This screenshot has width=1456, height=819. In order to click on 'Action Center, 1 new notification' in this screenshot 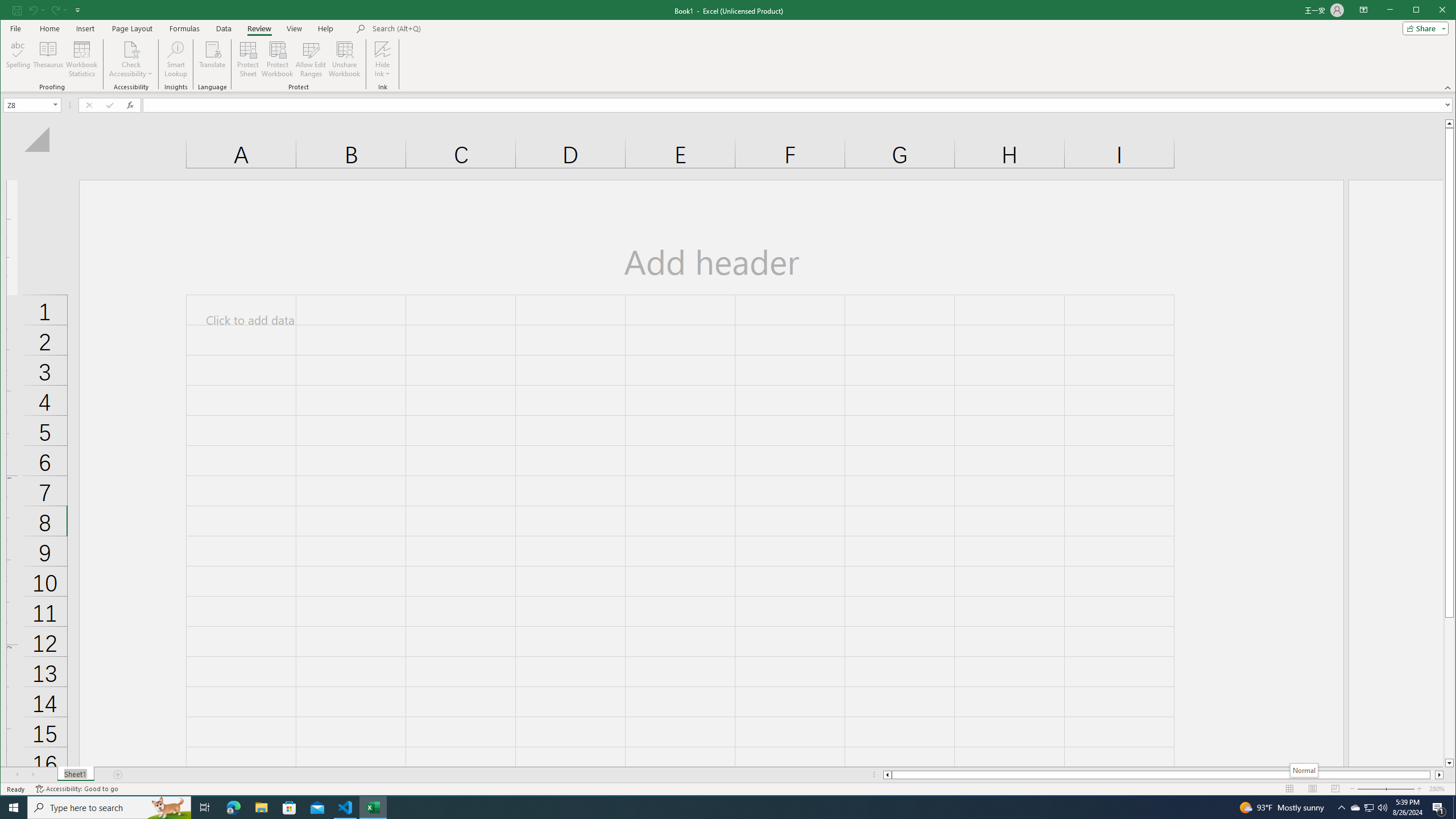, I will do `click(1439, 806)`.